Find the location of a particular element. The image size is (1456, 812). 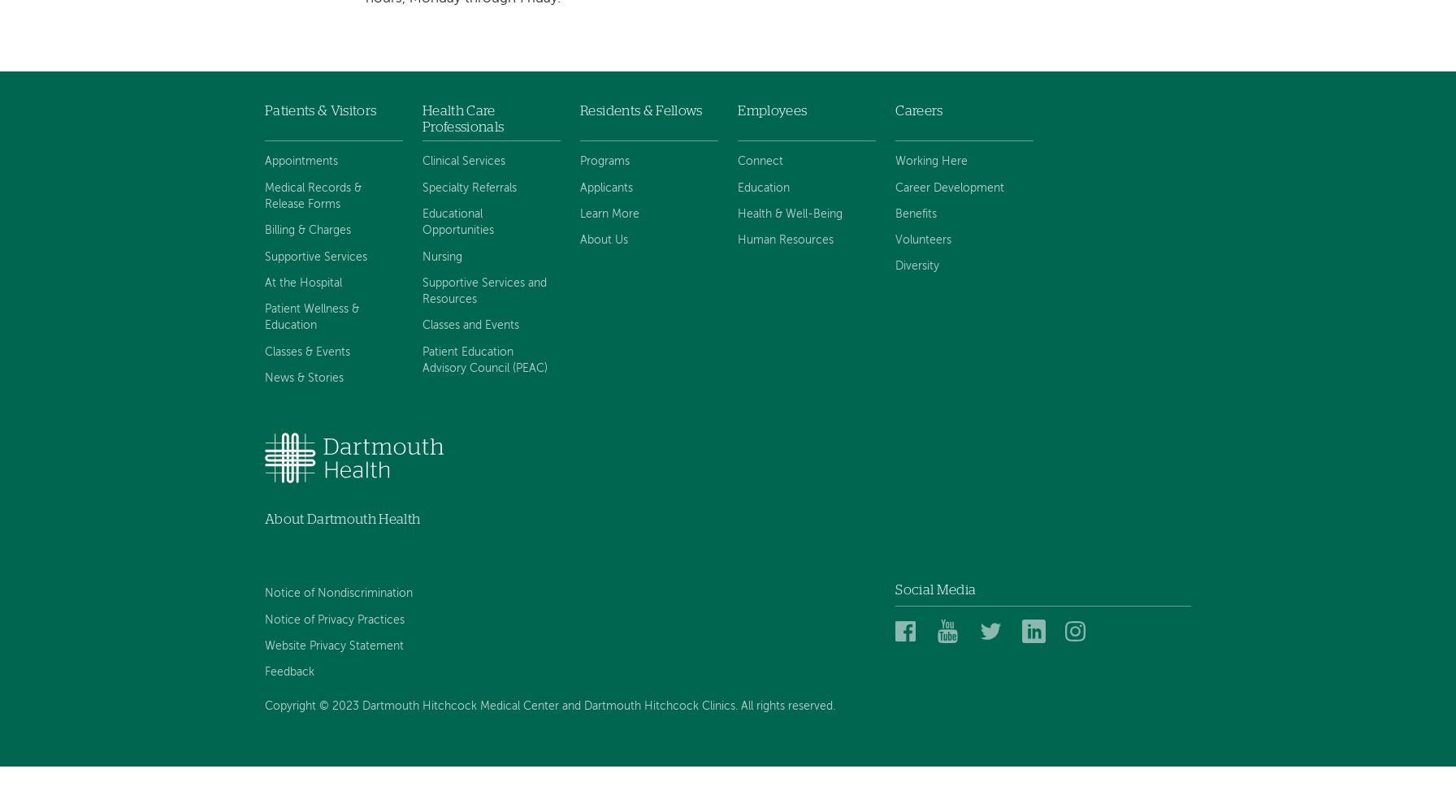

'Patient Education Advisory Council (PEAC)' is located at coordinates (484, 359).